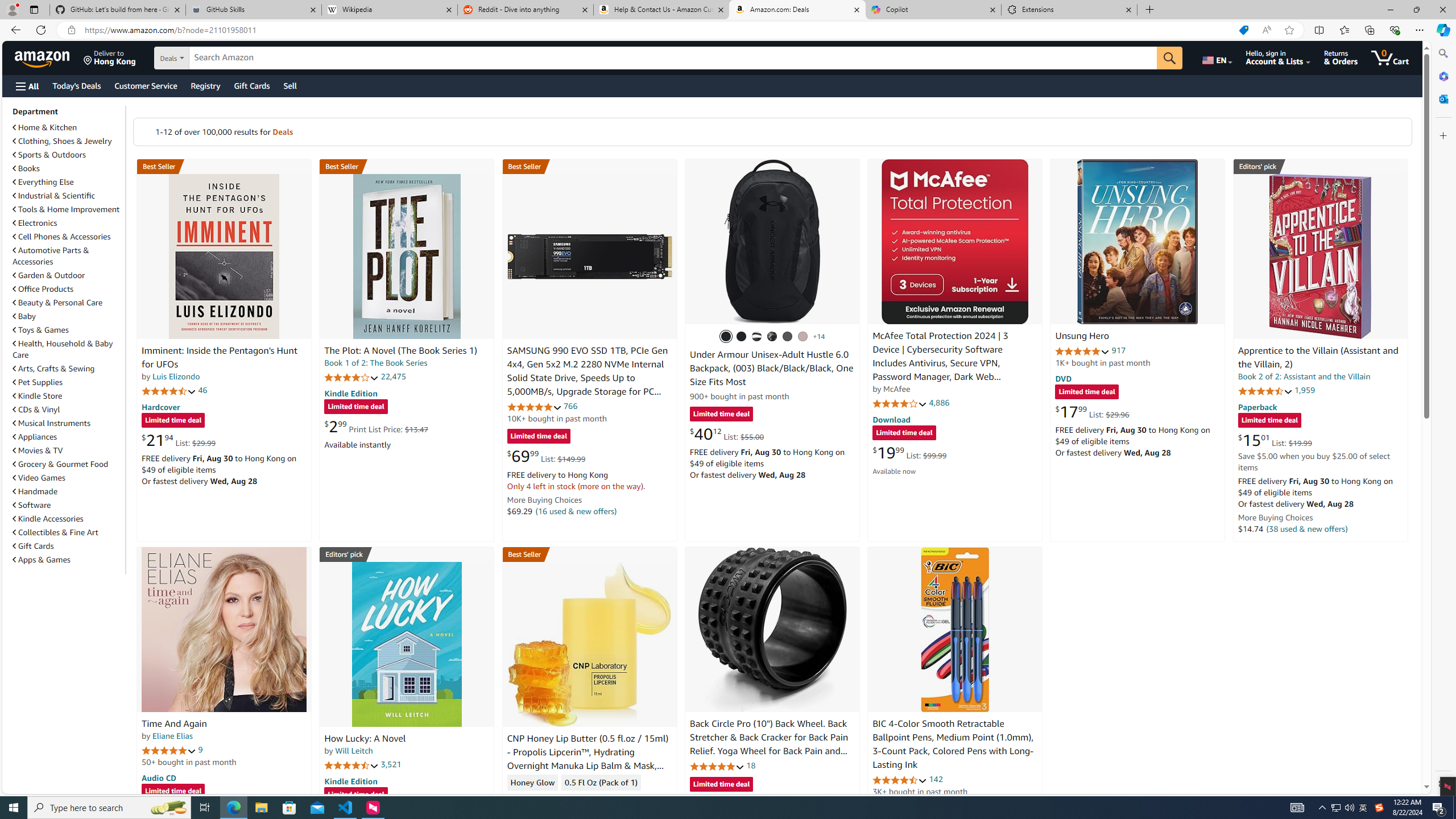 The image size is (1456, 819). I want to click on 'Video Games', so click(39, 477).